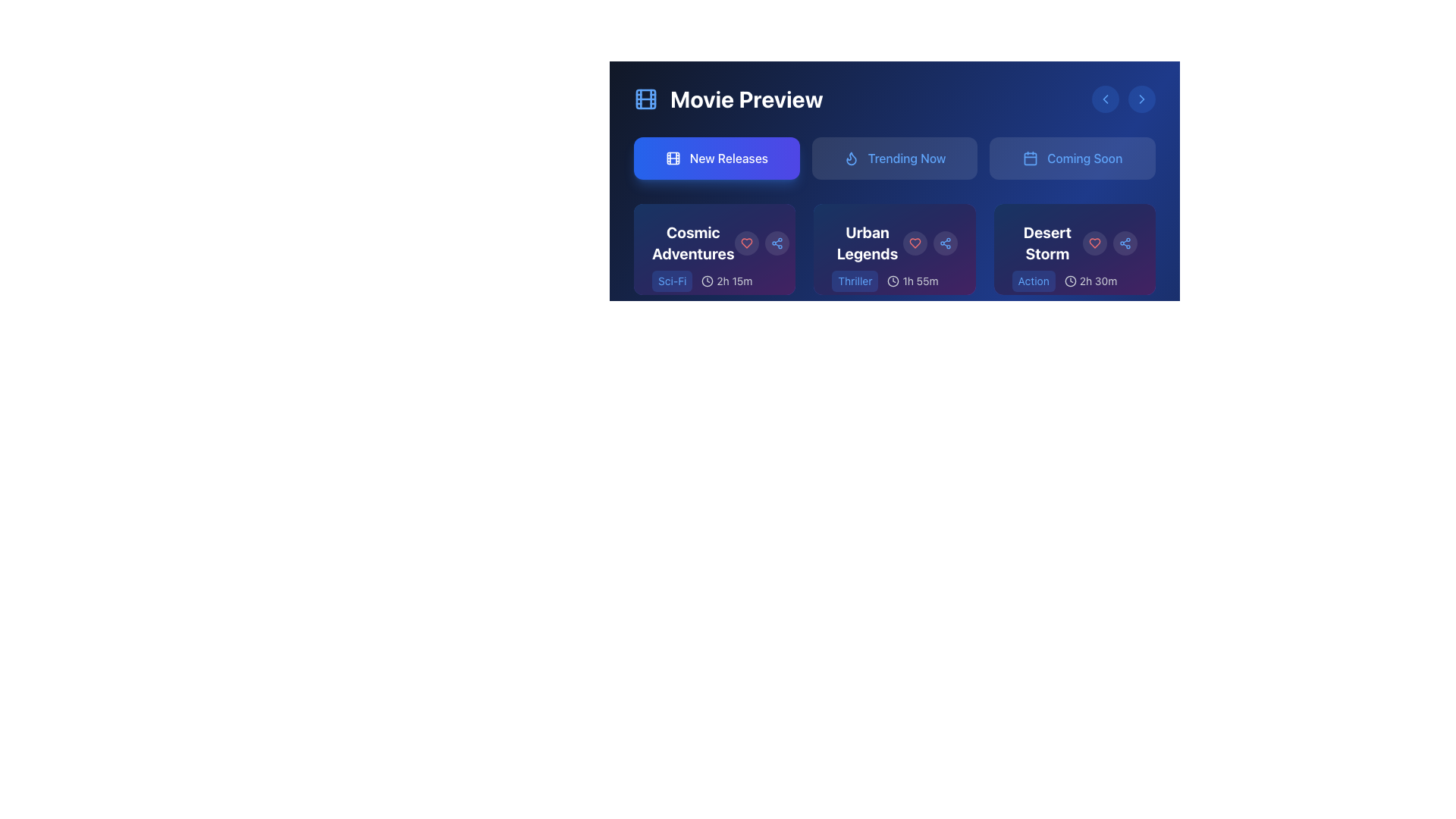 This screenshot has width=1456, height=819. I want to click on the informational UI component displaying the genre and duration of the movie 'Desert Storm', located below the title in the rightmost column, so click(1074, 293).